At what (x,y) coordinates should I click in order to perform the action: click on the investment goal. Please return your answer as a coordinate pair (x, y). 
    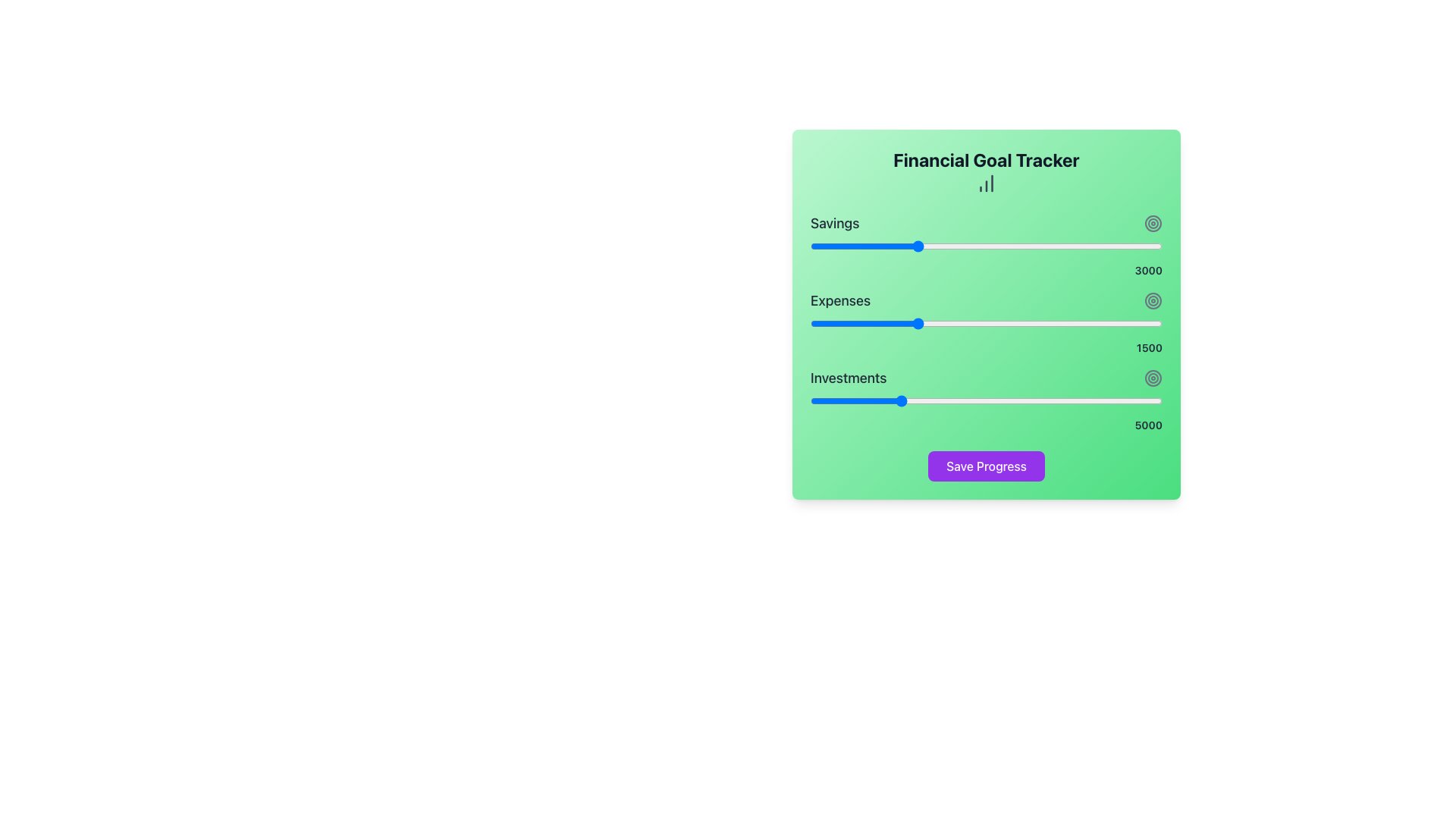
    Looking at the image, I should click on (1120, 400).